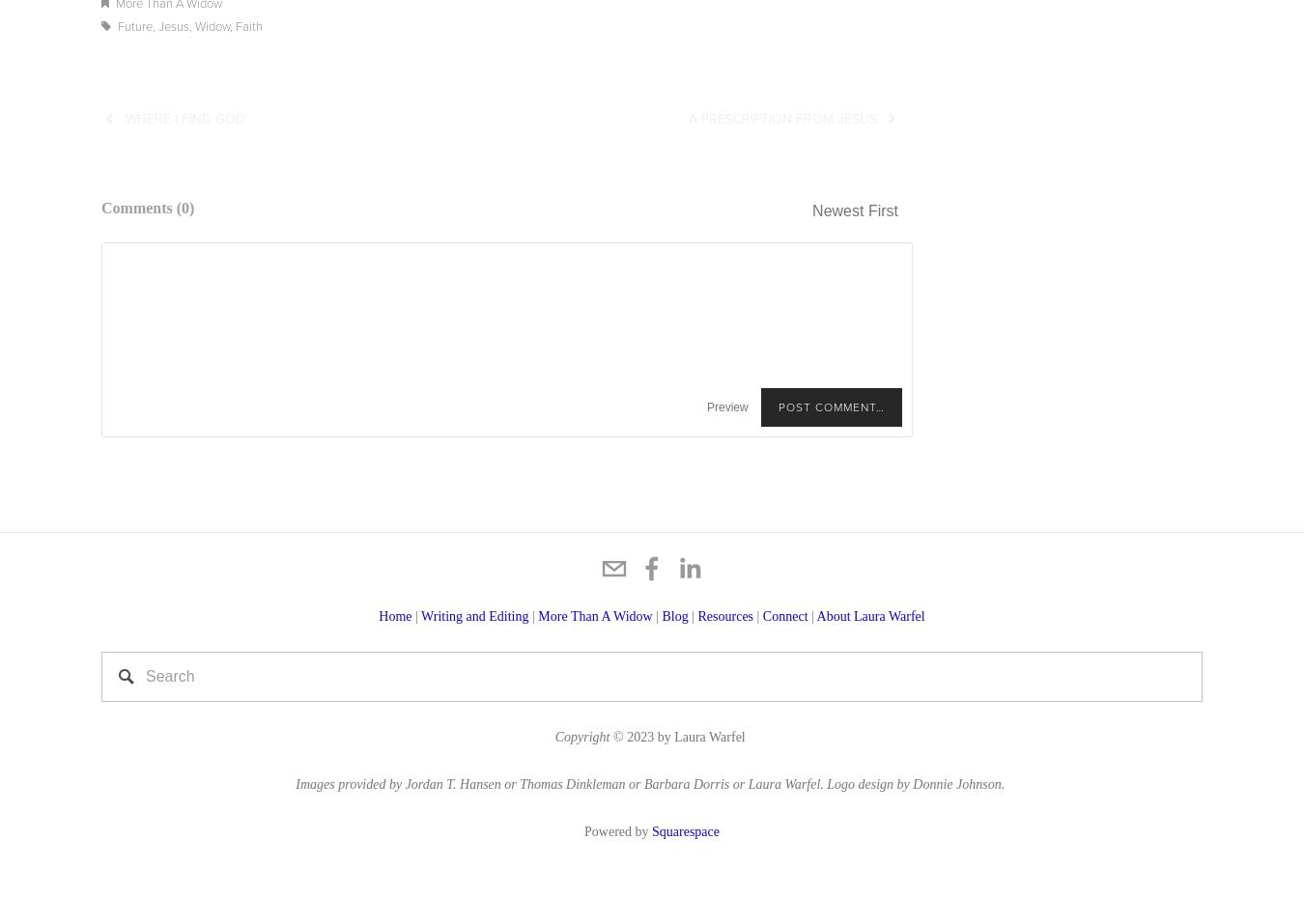 The image size is (1304, 924). Describe the element at coordinates (778, 406) in the screenshot. I see `'Post Comment…'` at that location.